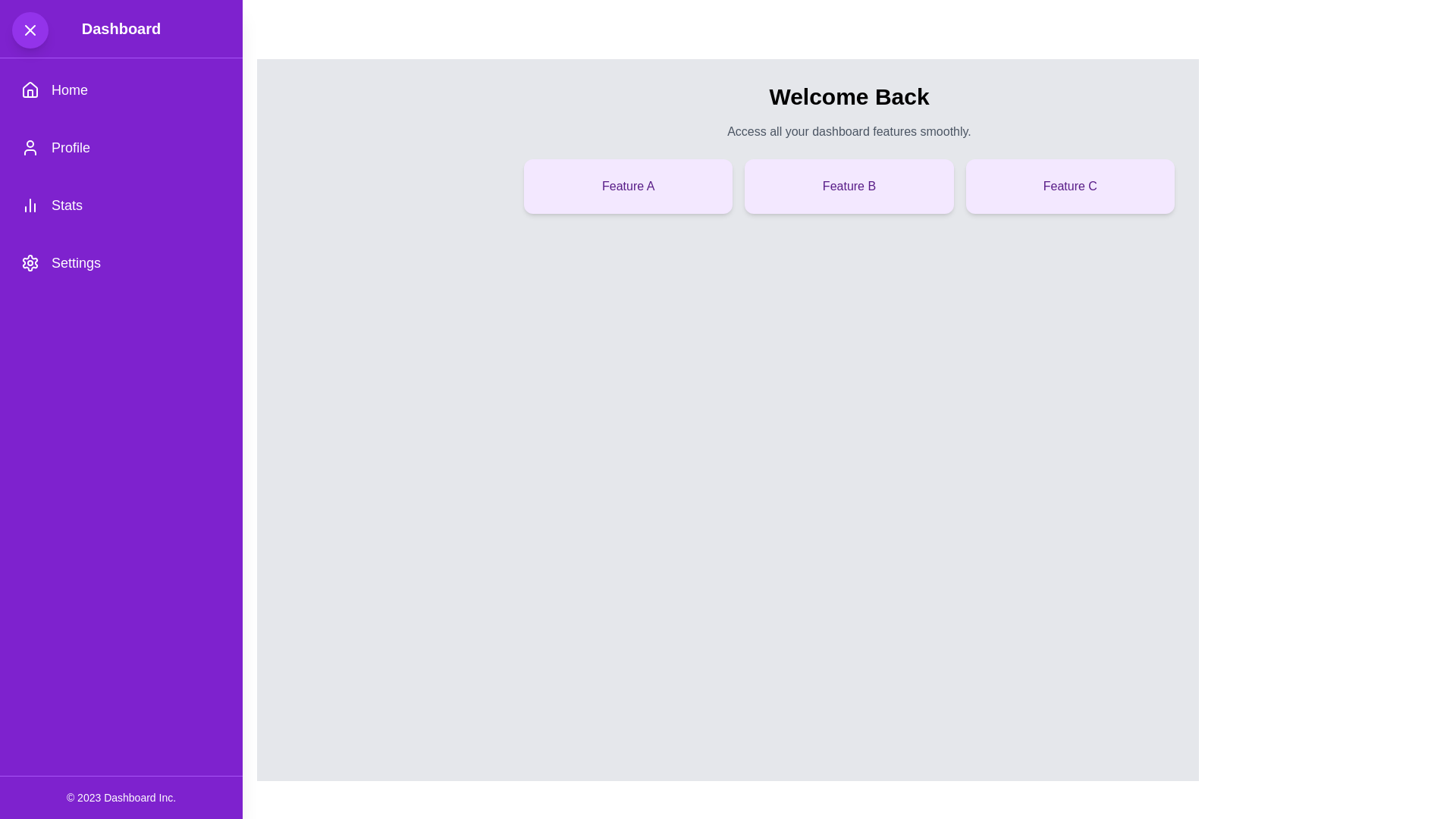 The width and height of the screenshot is (1456, 819). I want to click on the Close Button Icon, which is an 'X' shaped icon with rounded ends located at the top-left corner of the sidebar within a circular button, so click(30, 30).